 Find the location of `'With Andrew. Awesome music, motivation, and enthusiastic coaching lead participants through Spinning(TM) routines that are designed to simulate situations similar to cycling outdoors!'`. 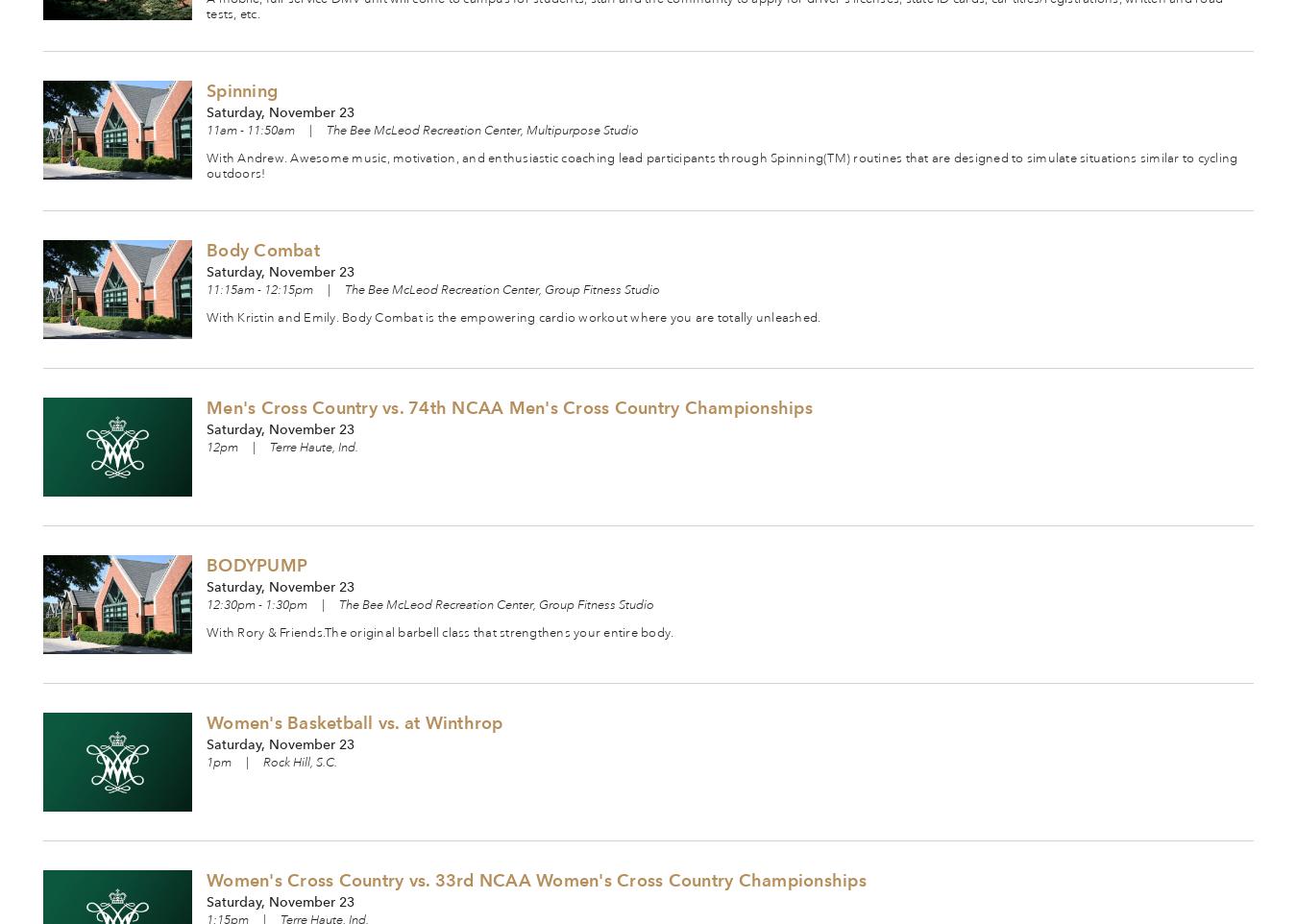

'With Andrew. Awesome music, motivation, and enthusiastic coaching lead participants through Spinning(TM) routines that are designed to simulate situations similar to cycling outdoors!' is located at coordinates (721, 165).